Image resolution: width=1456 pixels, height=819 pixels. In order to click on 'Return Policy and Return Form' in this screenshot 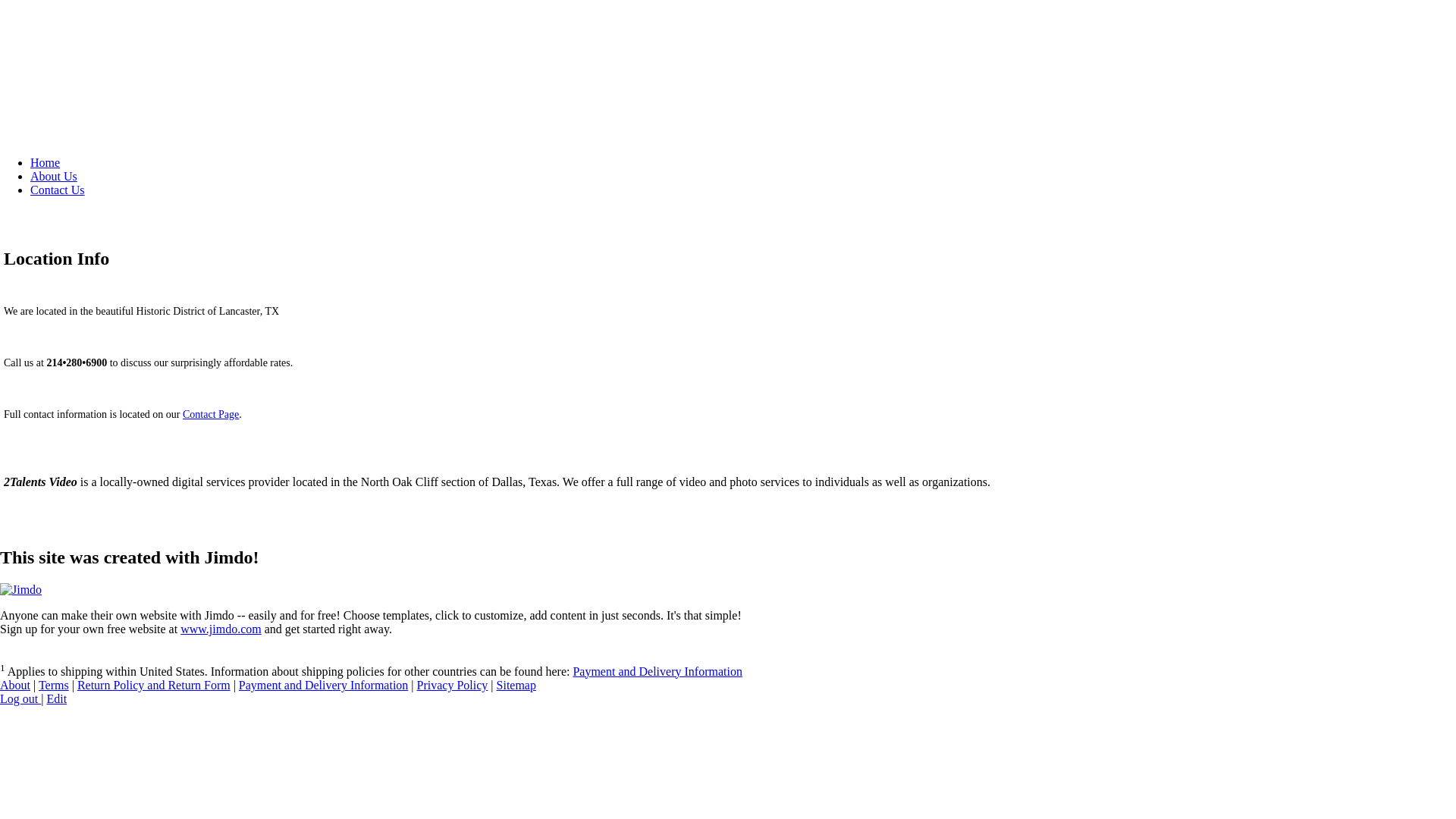, I will do `click(153, 685)`.